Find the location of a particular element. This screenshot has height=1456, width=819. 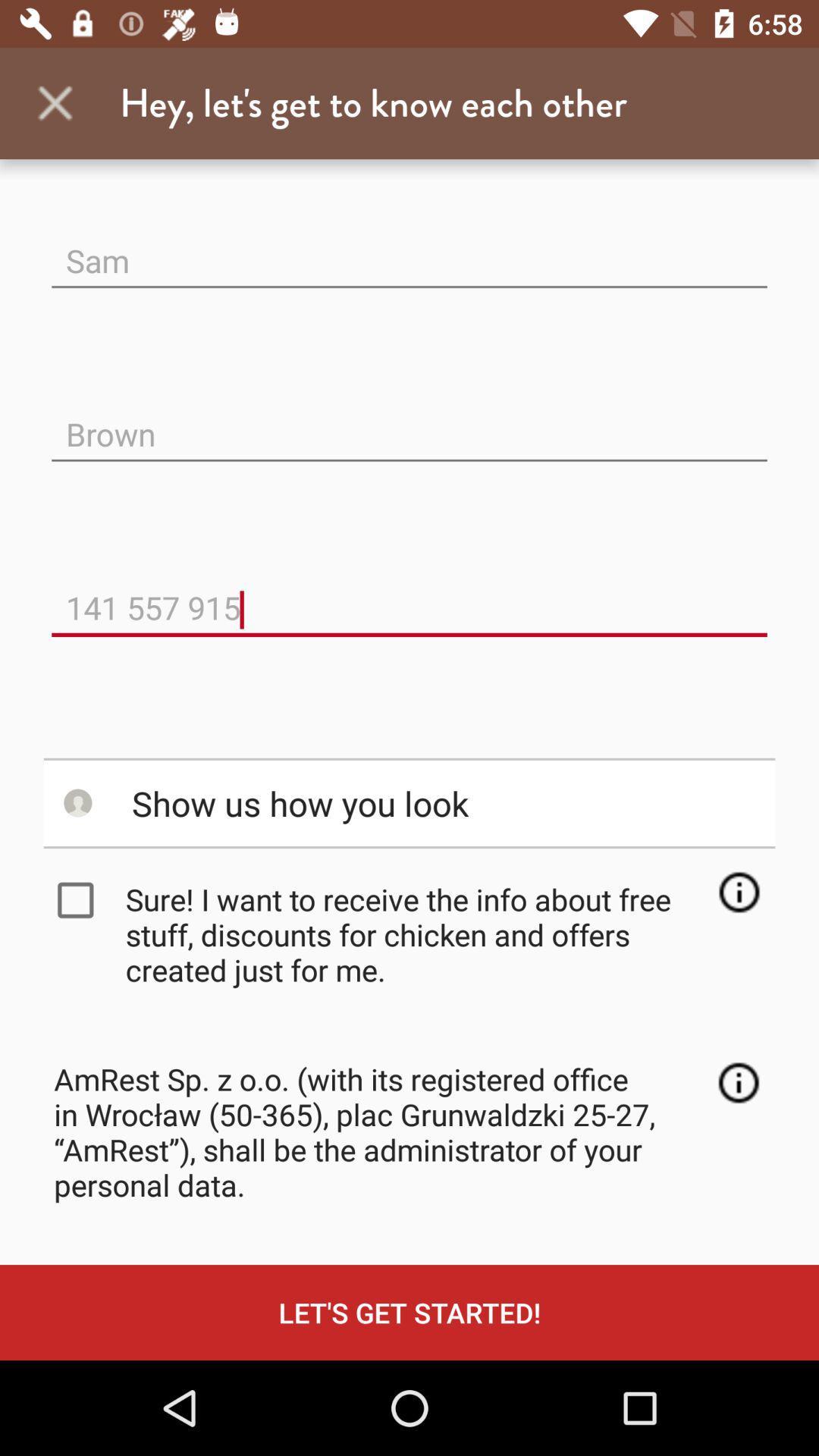

icon next to amrest sp z is located at coordinates (738, 1082).